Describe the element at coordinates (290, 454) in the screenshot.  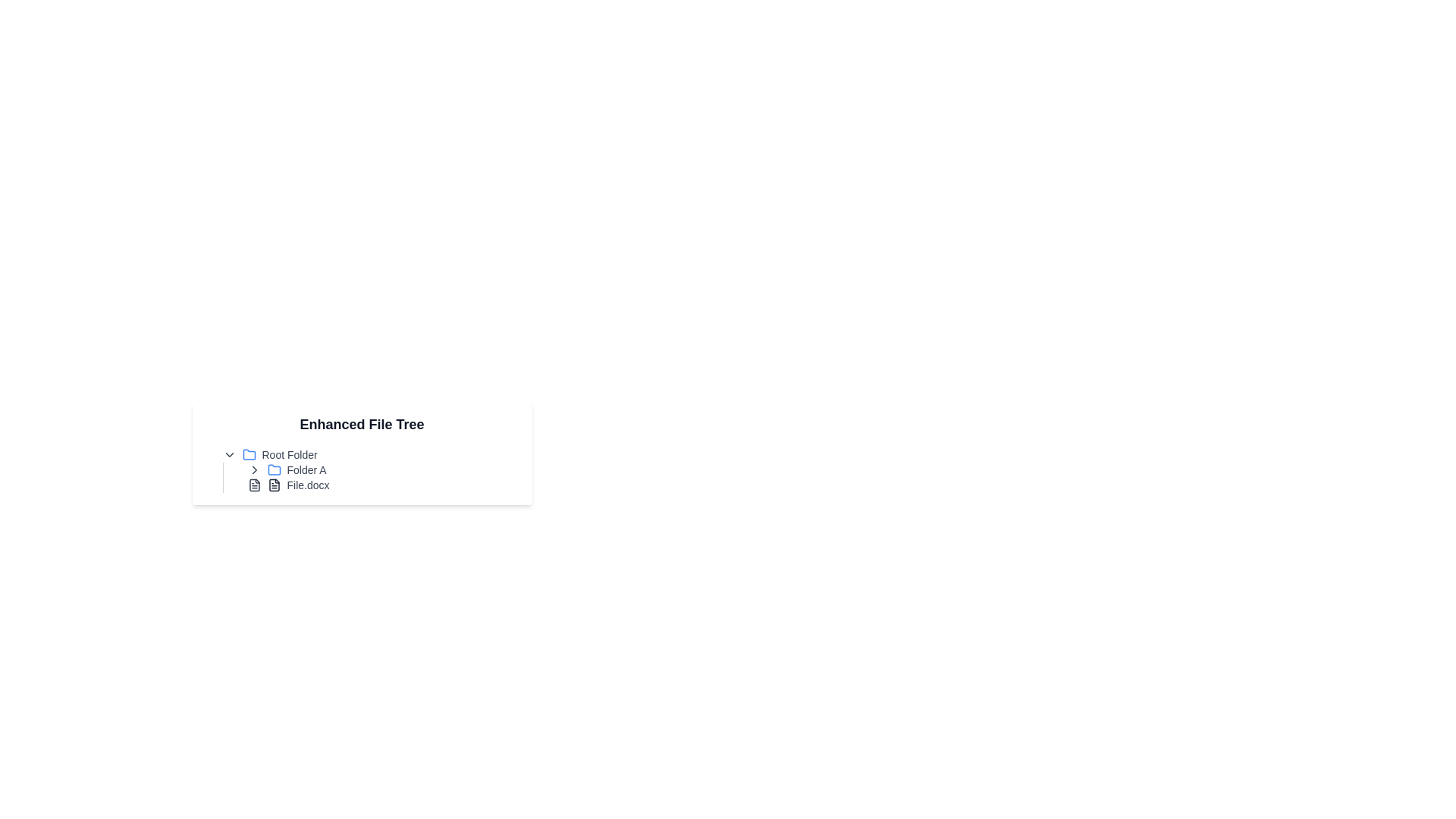
I see `the static text label displaying 'Root Folder' which is styled in a grayish font and is positioned next to a folder icon at the top of the file tree hierarchy` at that location.